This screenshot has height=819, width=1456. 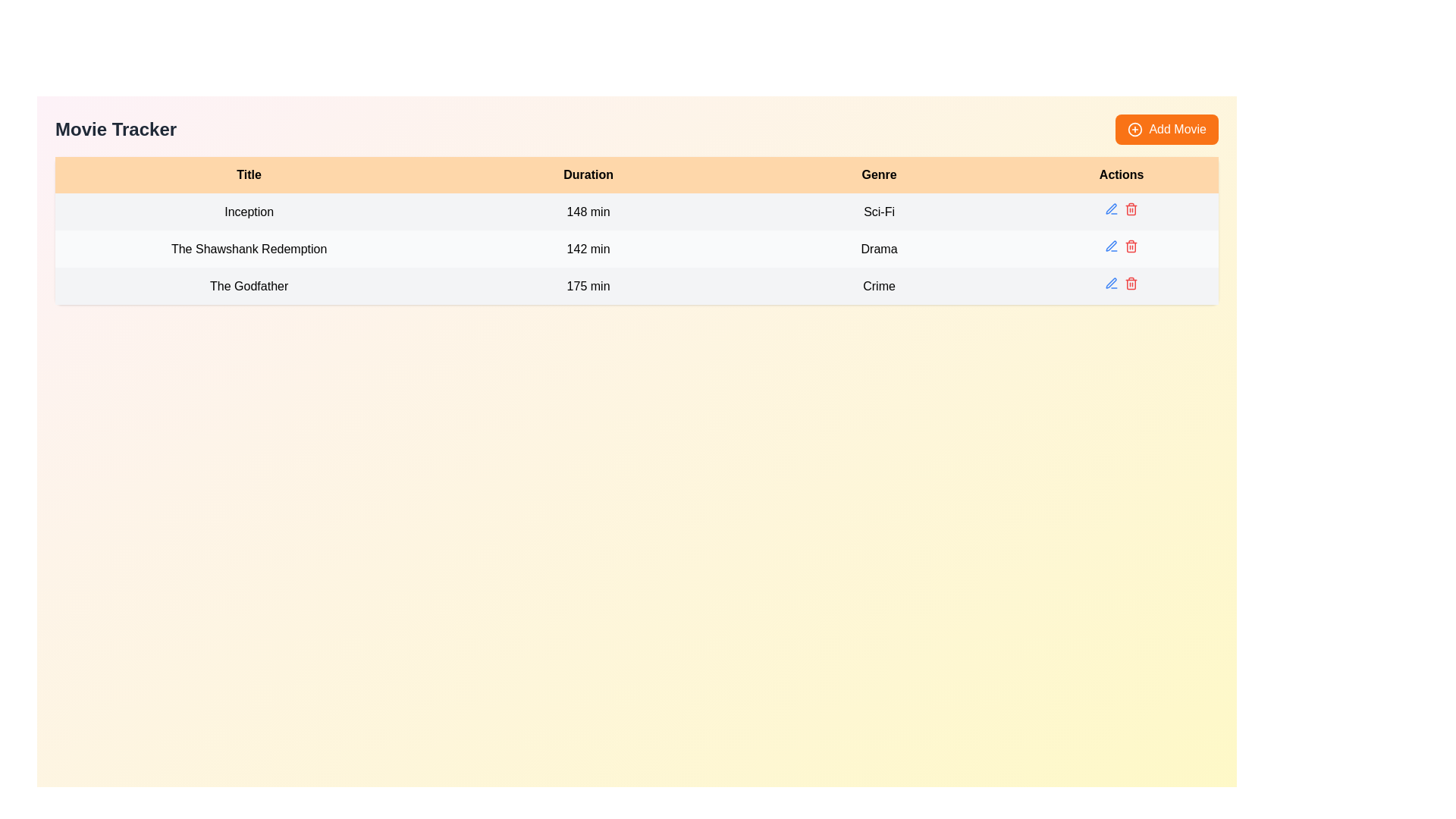 What do you see at coordinates (588, 212) in the screenshot?
I see `the Text Display that shows the runtime of the movie 'Inception', located in the second column under the 'Duration' heading of the movie table` at bounding box center [588, 212].